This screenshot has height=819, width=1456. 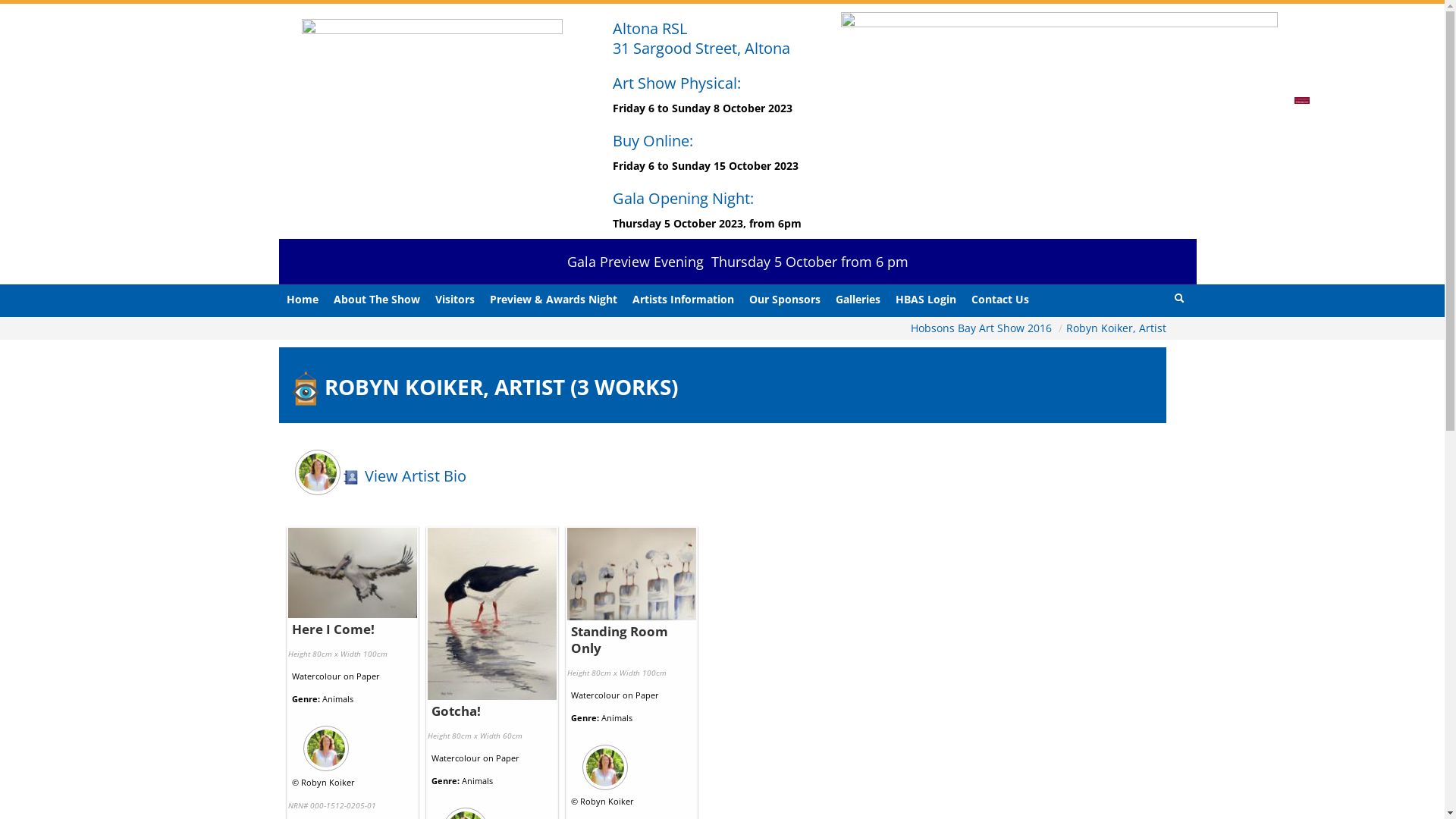 What do you see at coordinates (454, 299) in the screenshot?
I see `'Visitors'` at bounding box center [454, 299].